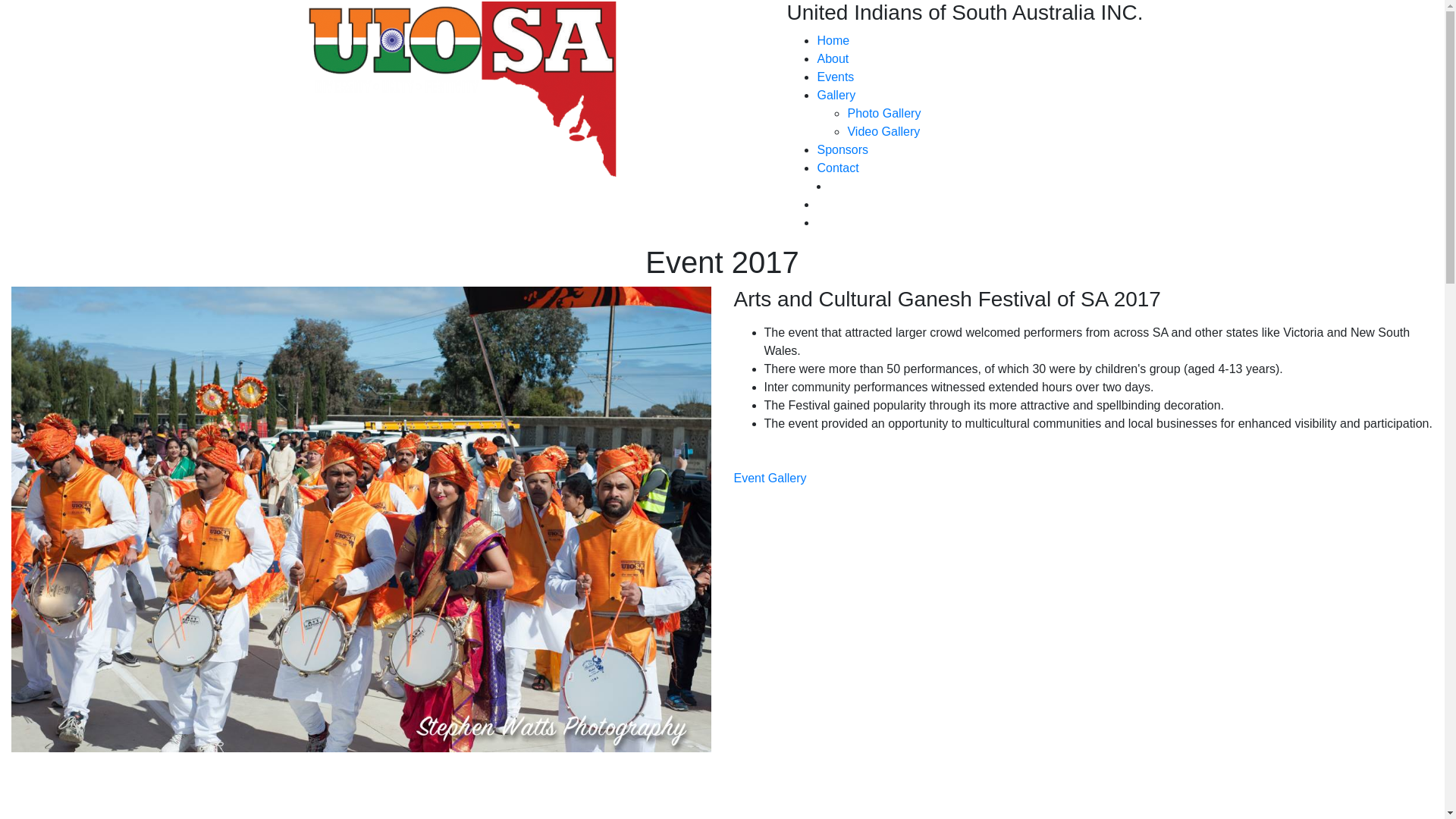  I want to click on 'Gallery', so click(835, 95).